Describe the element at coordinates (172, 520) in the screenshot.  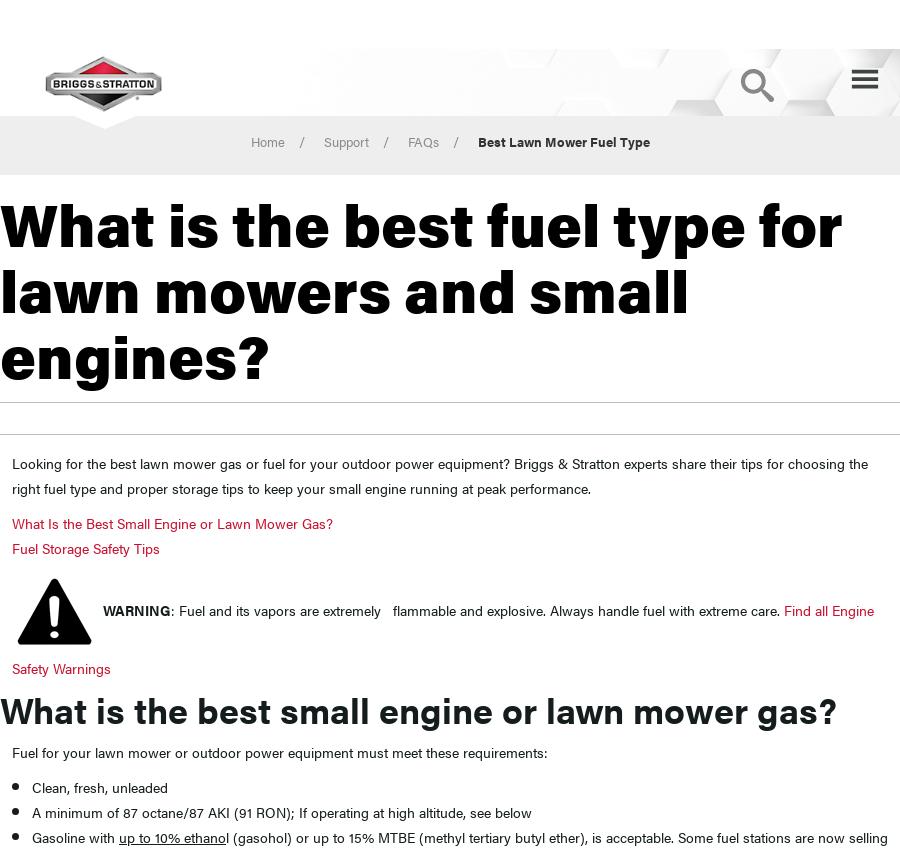
I see `'What Is the Best Small Engine or Lawn Mower Gas?'` at that location.